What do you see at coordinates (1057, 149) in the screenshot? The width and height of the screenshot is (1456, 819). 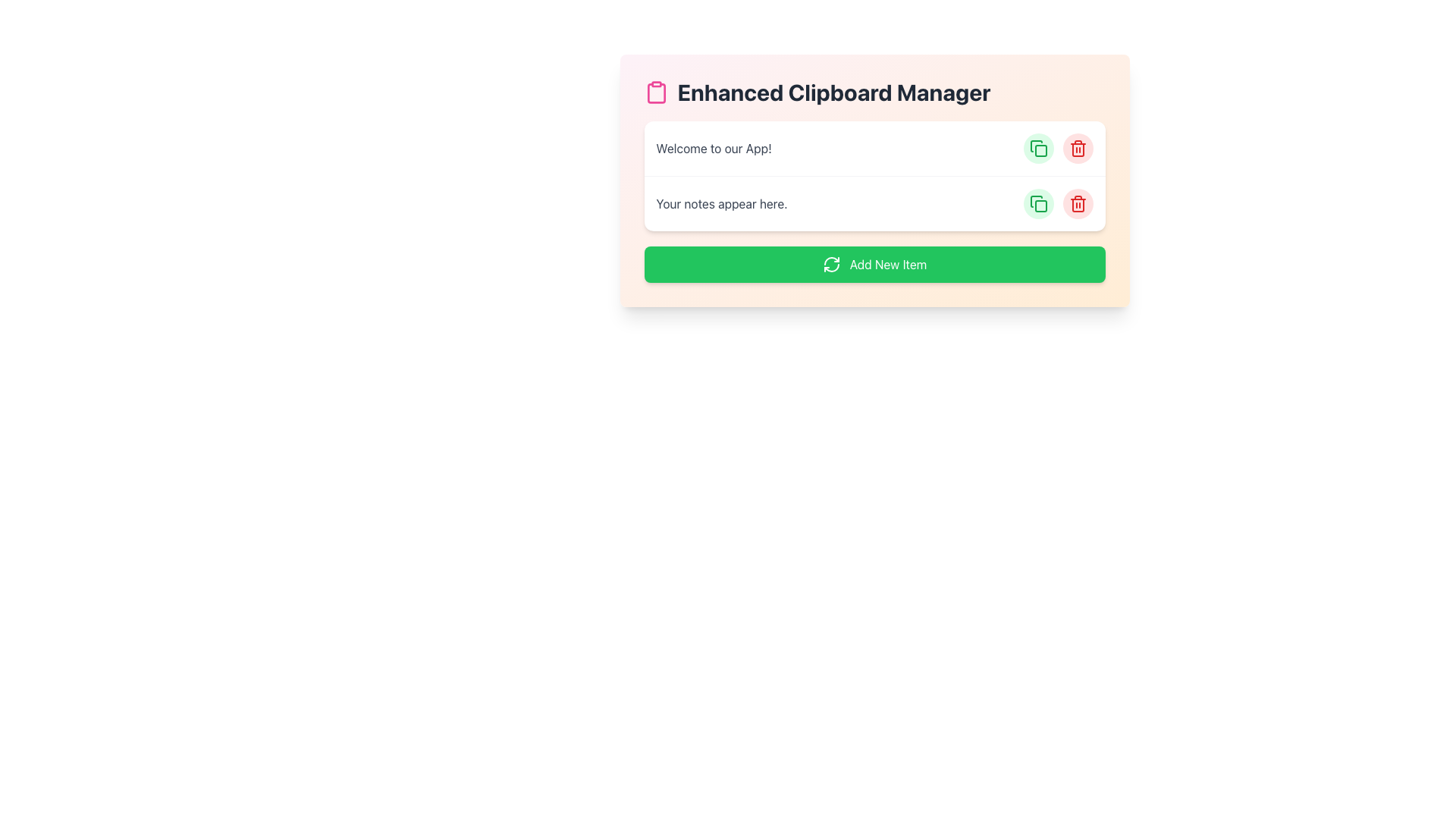 I see `the green button in the interactive button group located to the right of the text 'Welcome to our App!'` at bounding box center [1057, 149].